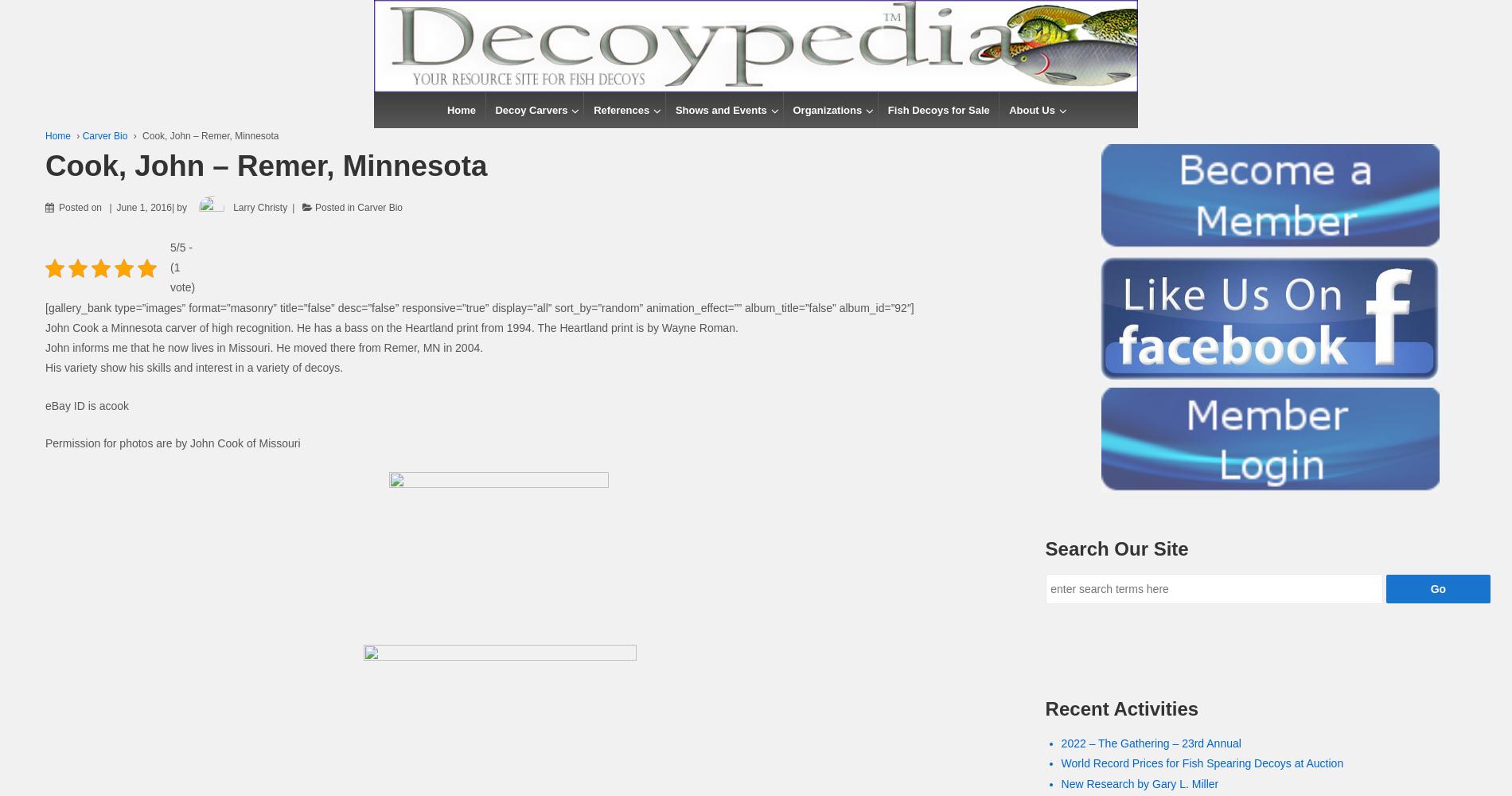 This screenshot has width=1512, height=796. What do you see at coordinates (172, 443) in the screenshot?
I see `'Permission for photos are by John Cook of Missouri'` at bounding box center [172, 443].